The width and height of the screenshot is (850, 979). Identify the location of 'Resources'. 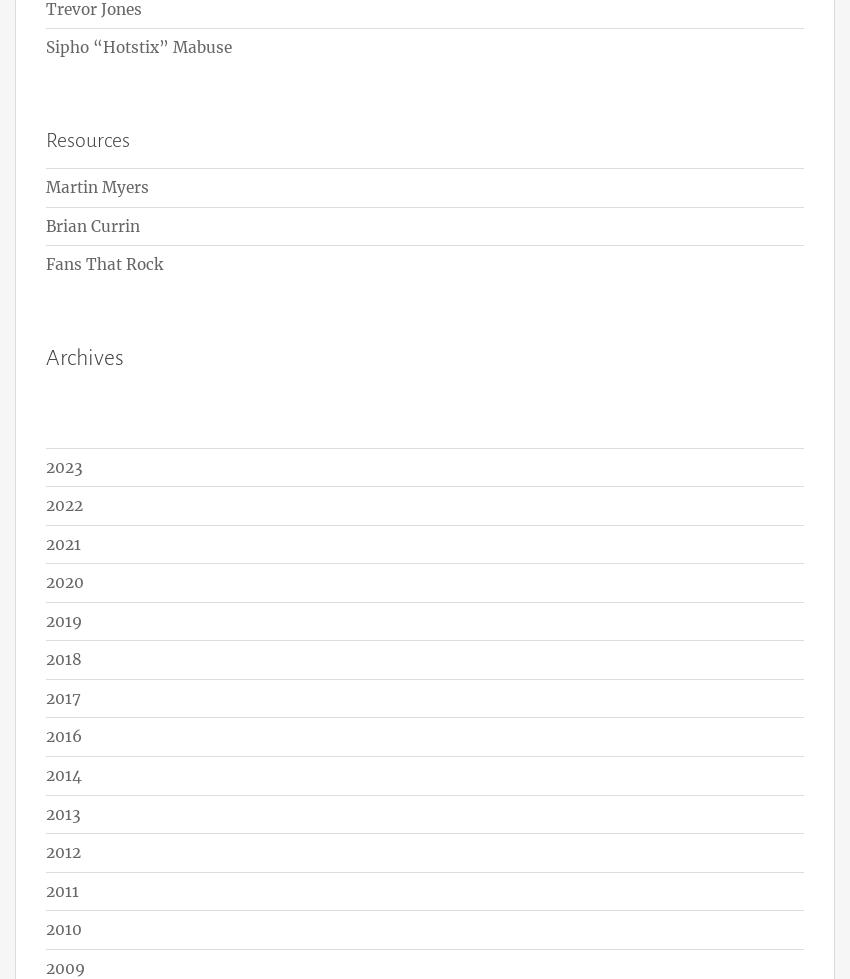
(86, 139).